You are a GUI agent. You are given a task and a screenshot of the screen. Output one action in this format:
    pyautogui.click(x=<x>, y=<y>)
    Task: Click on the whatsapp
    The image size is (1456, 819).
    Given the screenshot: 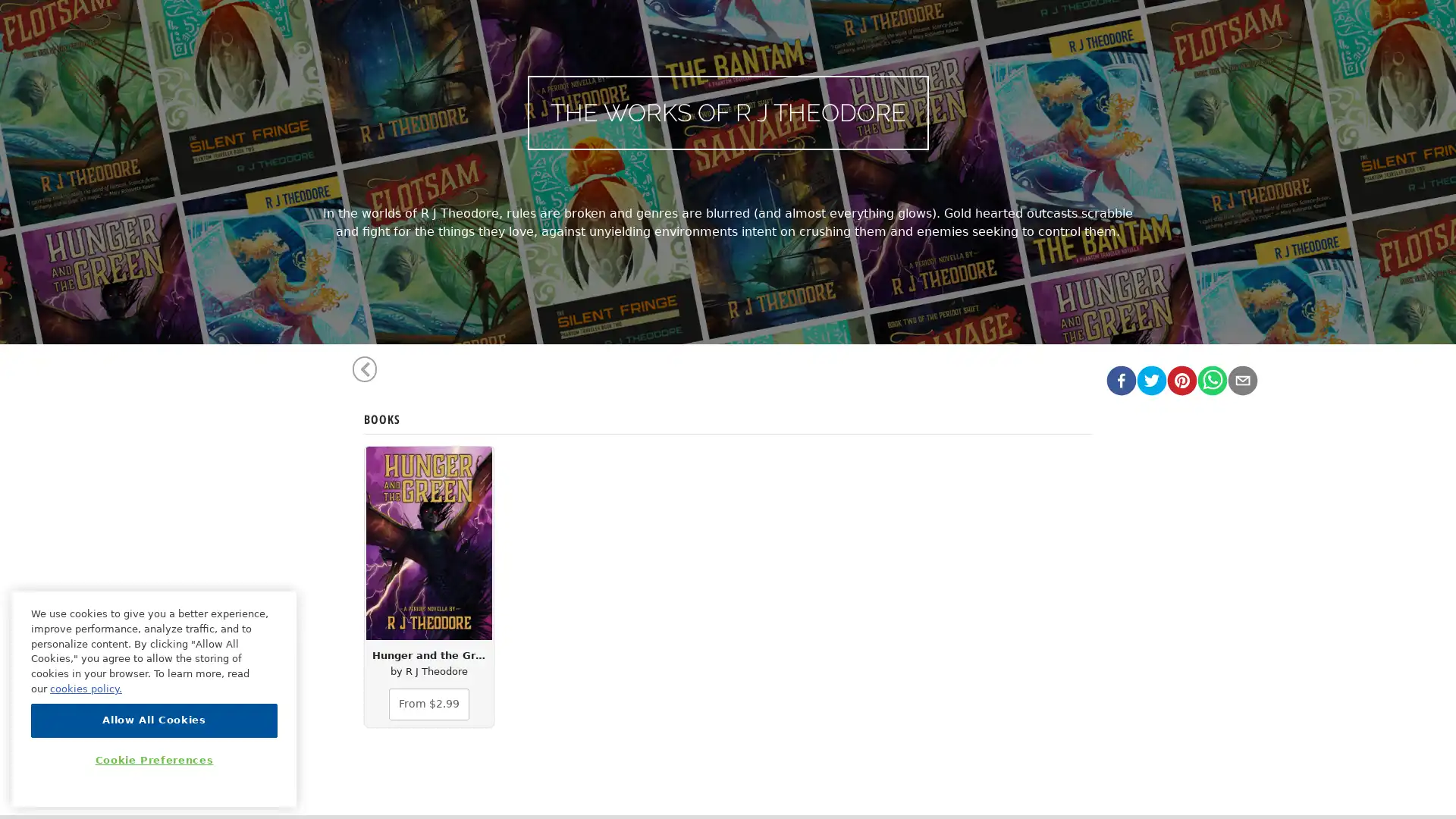 What is the action you would take?
    pyautogui.click(x=1211, y=378)
    